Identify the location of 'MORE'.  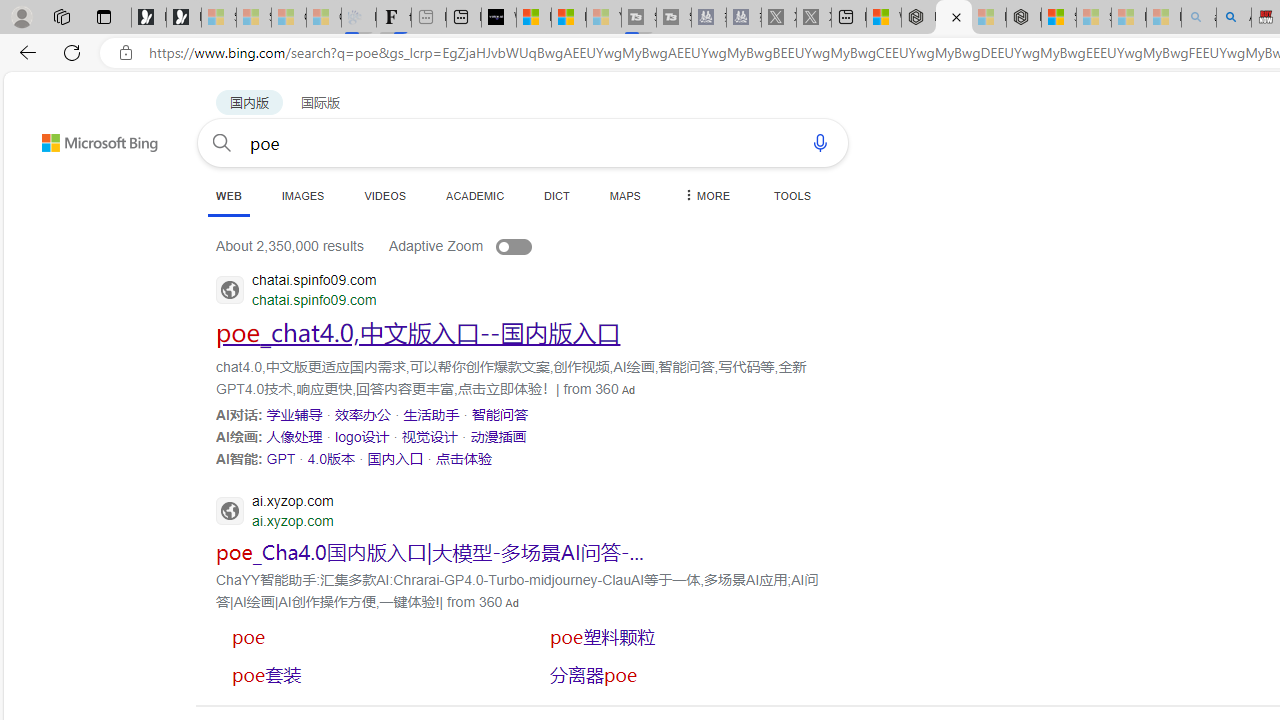
(705, 195).